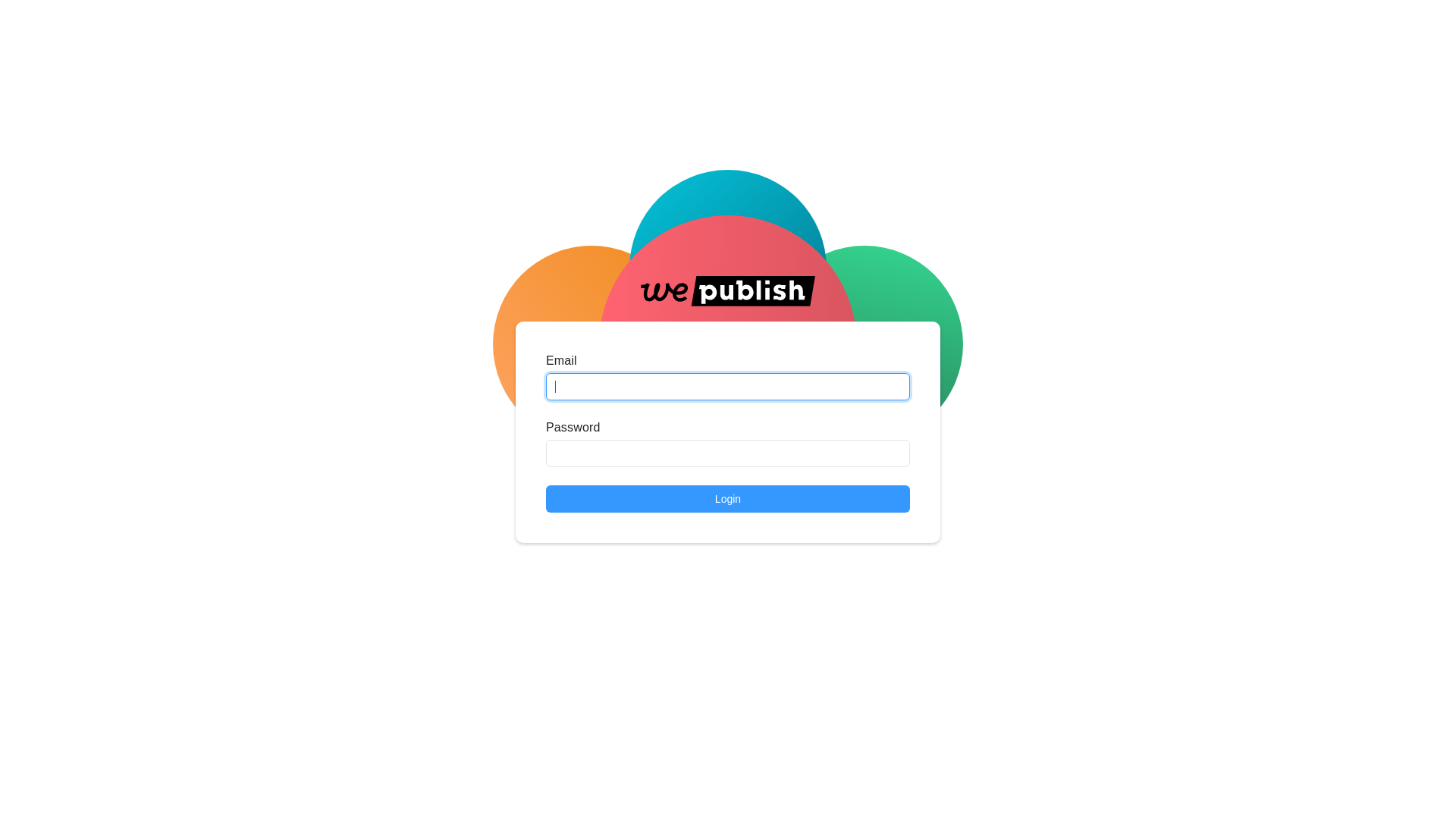 The height and width of the screenshot is (819, 1456). What do you see at coordinates (728, 499) in the screenshot?
I see `'Login'` at bounding box center [728, 499].